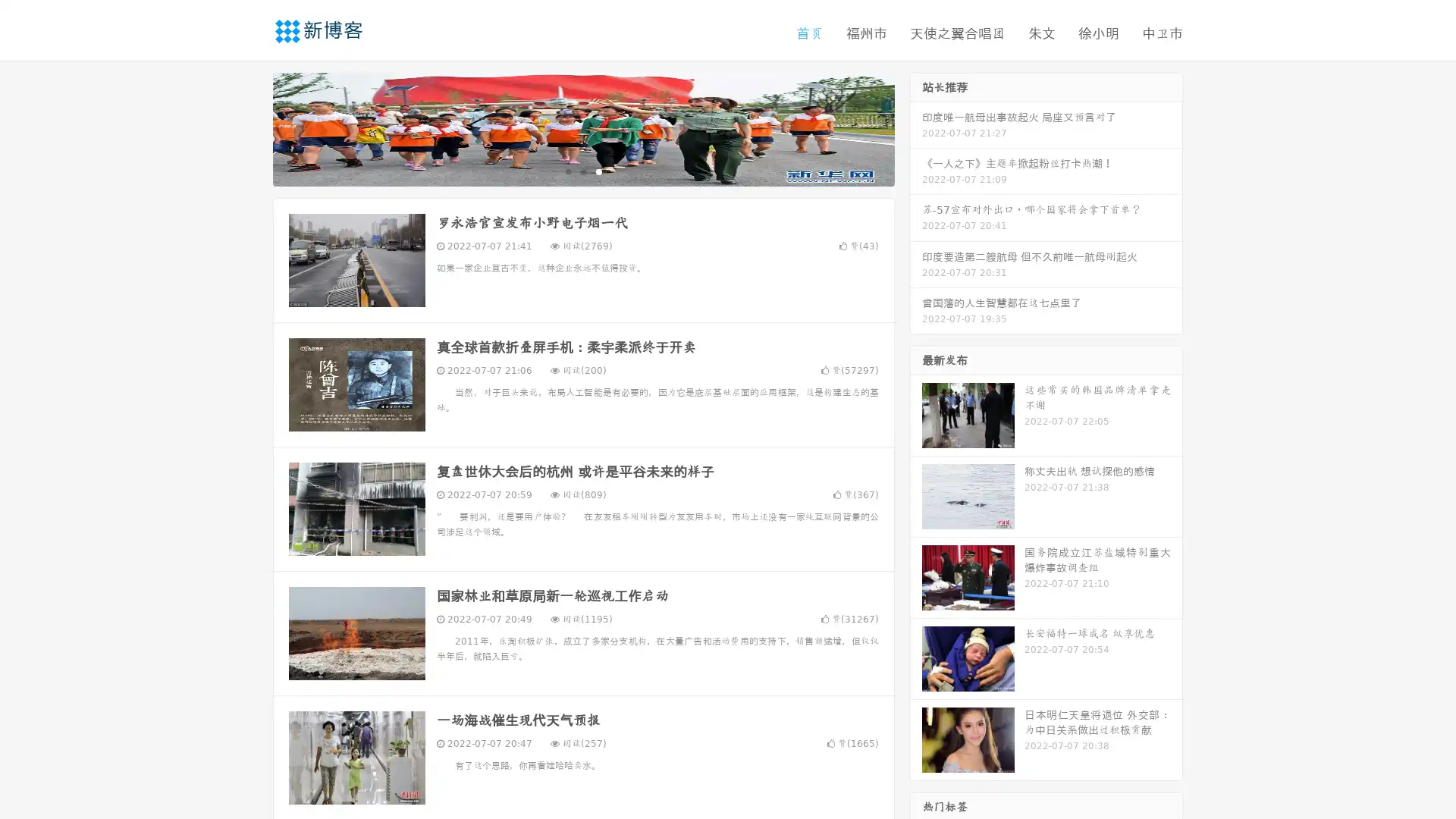 The image size is (1456, 819). I want to click on Go to slide 2, so click(582, 171).